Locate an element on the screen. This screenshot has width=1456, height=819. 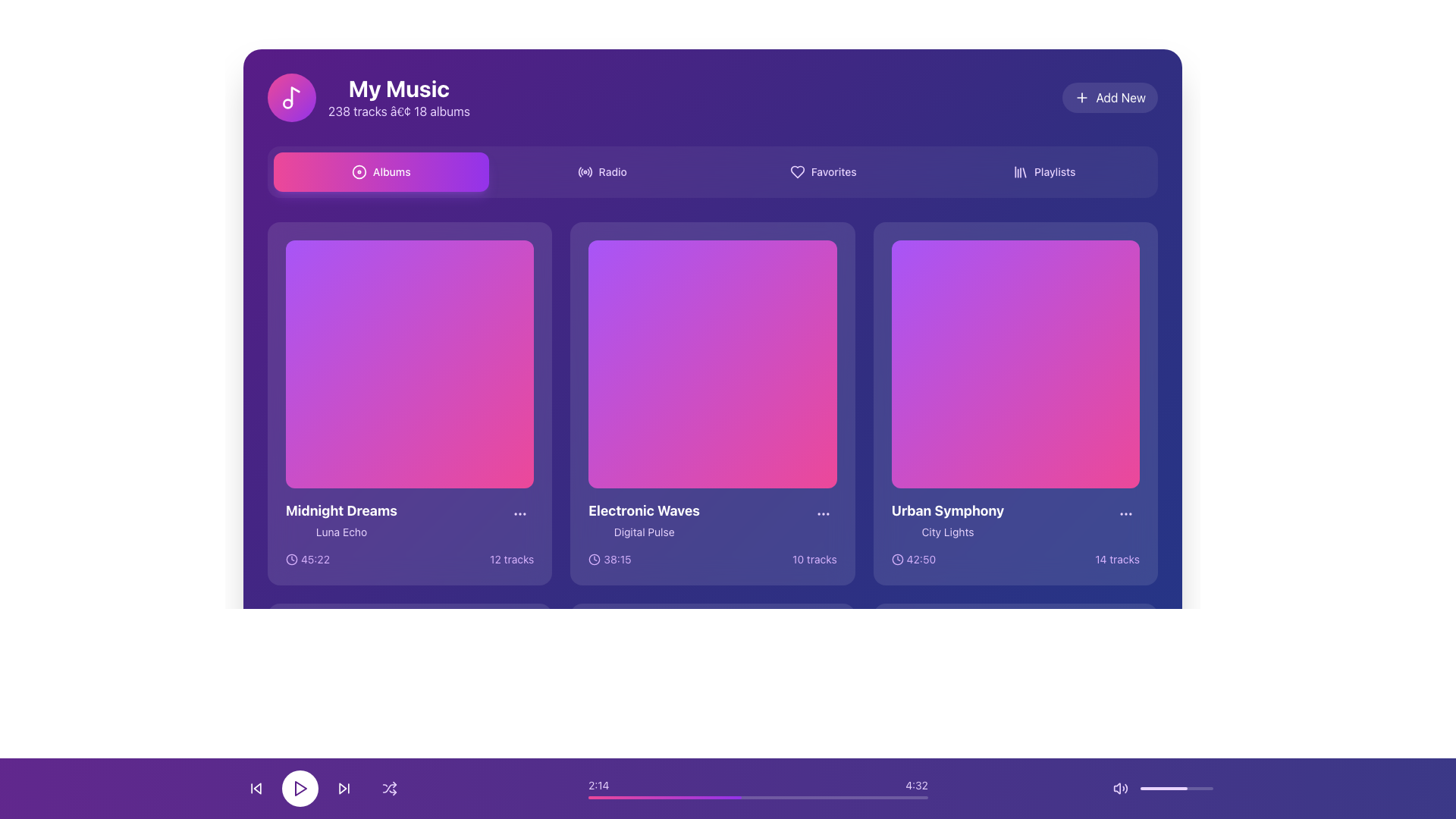
the light purple icon depicting three horizontally aligned dots in the rightmost card of the second row is located at coordinates (1125, 513).